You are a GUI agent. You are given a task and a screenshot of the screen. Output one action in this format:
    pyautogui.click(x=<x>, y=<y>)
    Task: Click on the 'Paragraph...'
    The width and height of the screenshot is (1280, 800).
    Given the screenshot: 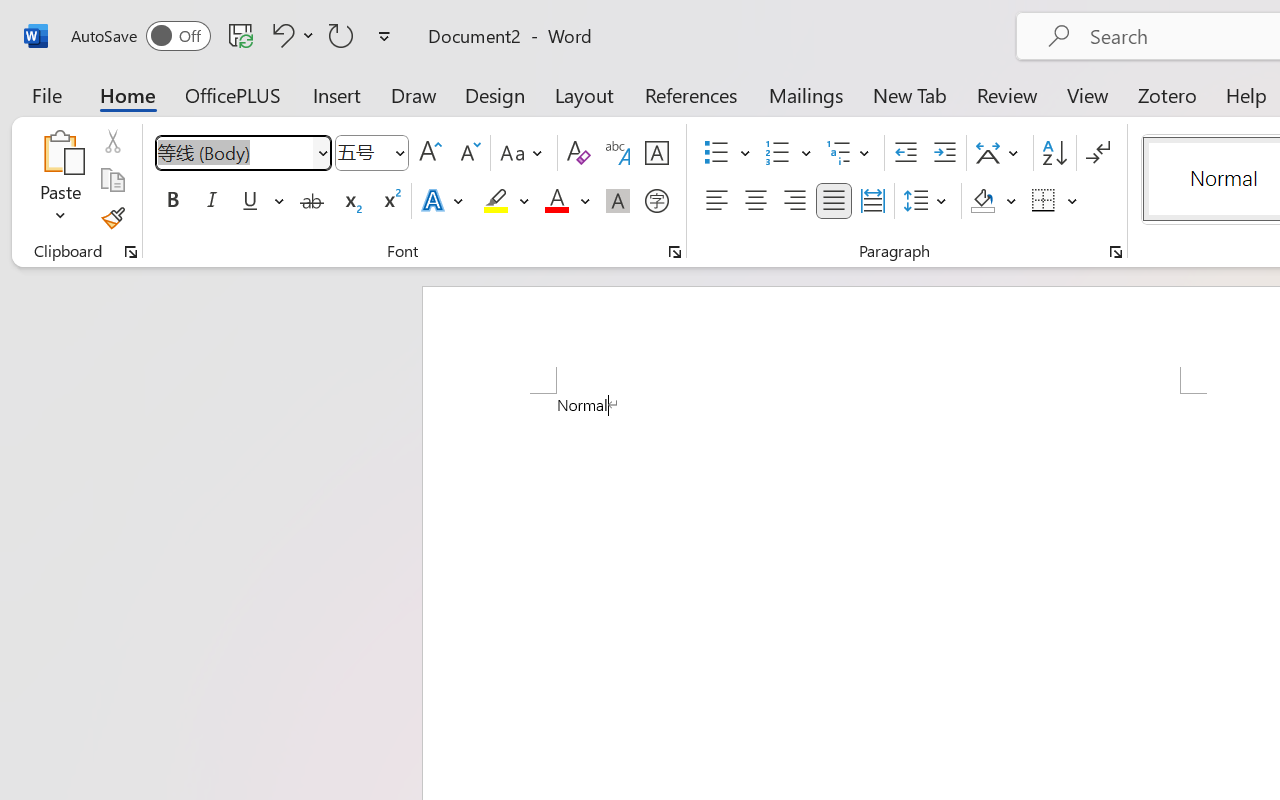 What is the action you would take?
    pyautogui.click(x=1114, y=251)
    